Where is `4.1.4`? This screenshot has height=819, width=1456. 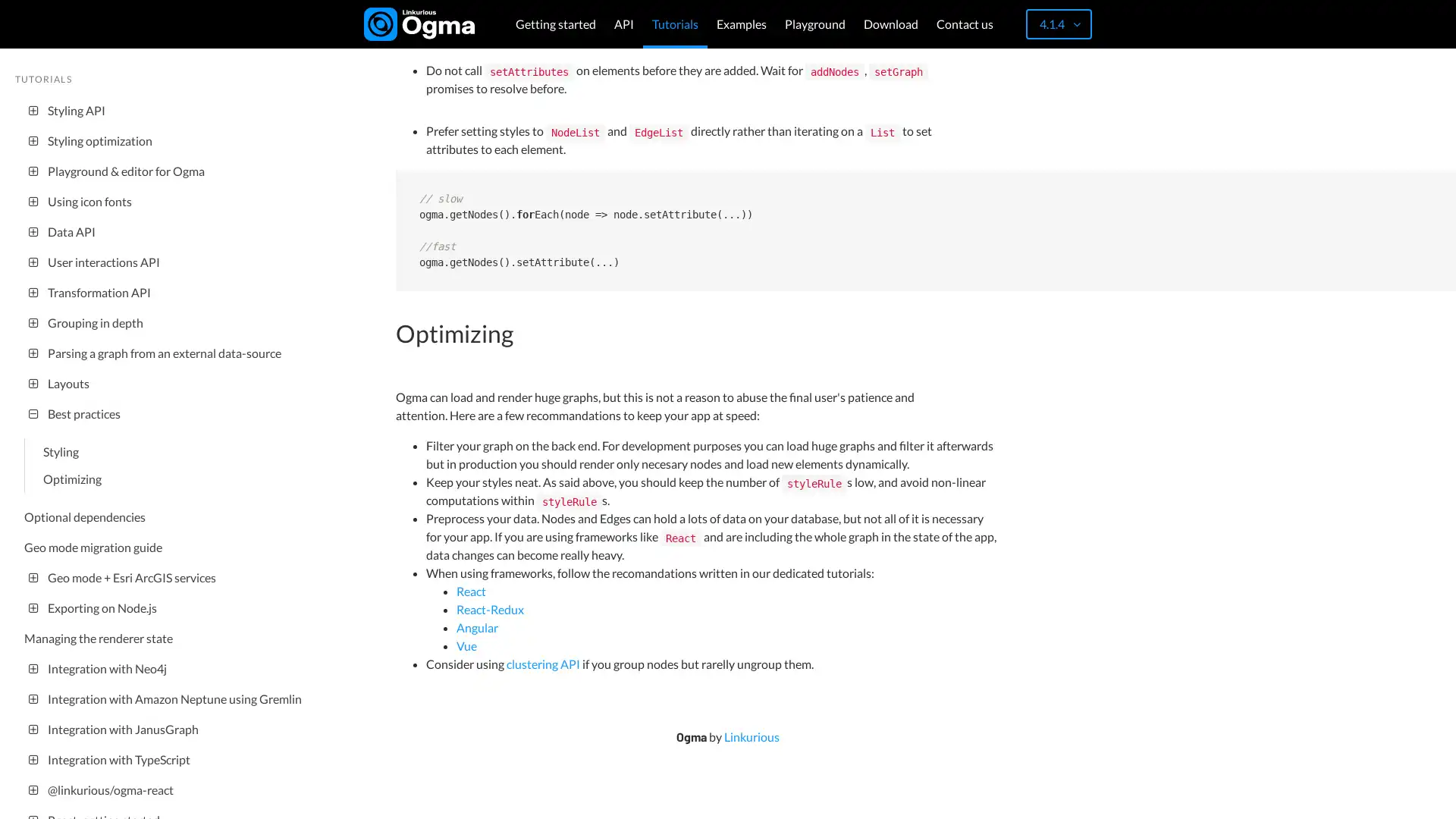 4.1.4 is located at coordinates (1058, 24).